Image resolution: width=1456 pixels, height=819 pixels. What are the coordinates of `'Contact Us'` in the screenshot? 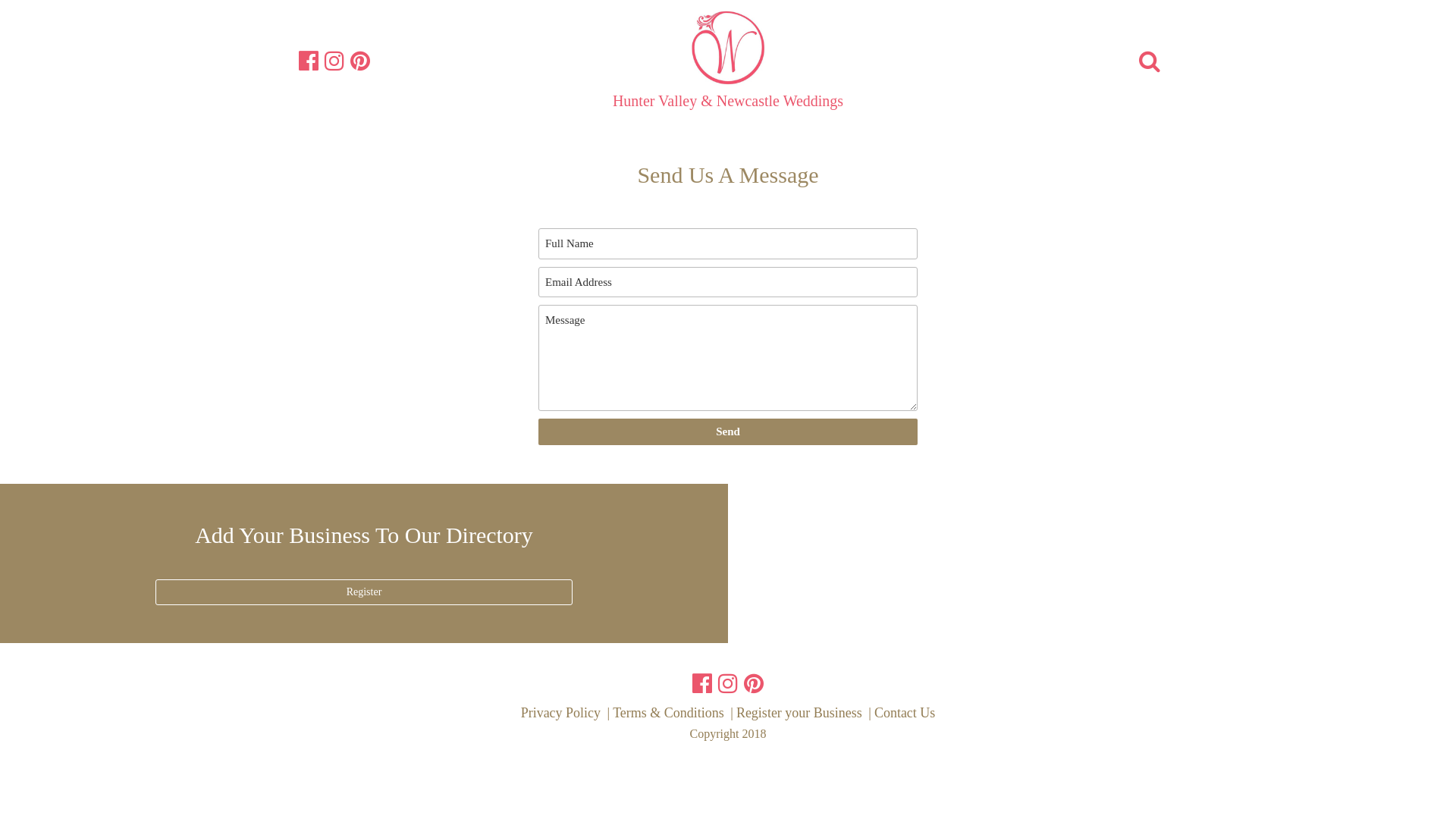 It's located at (905, 713).